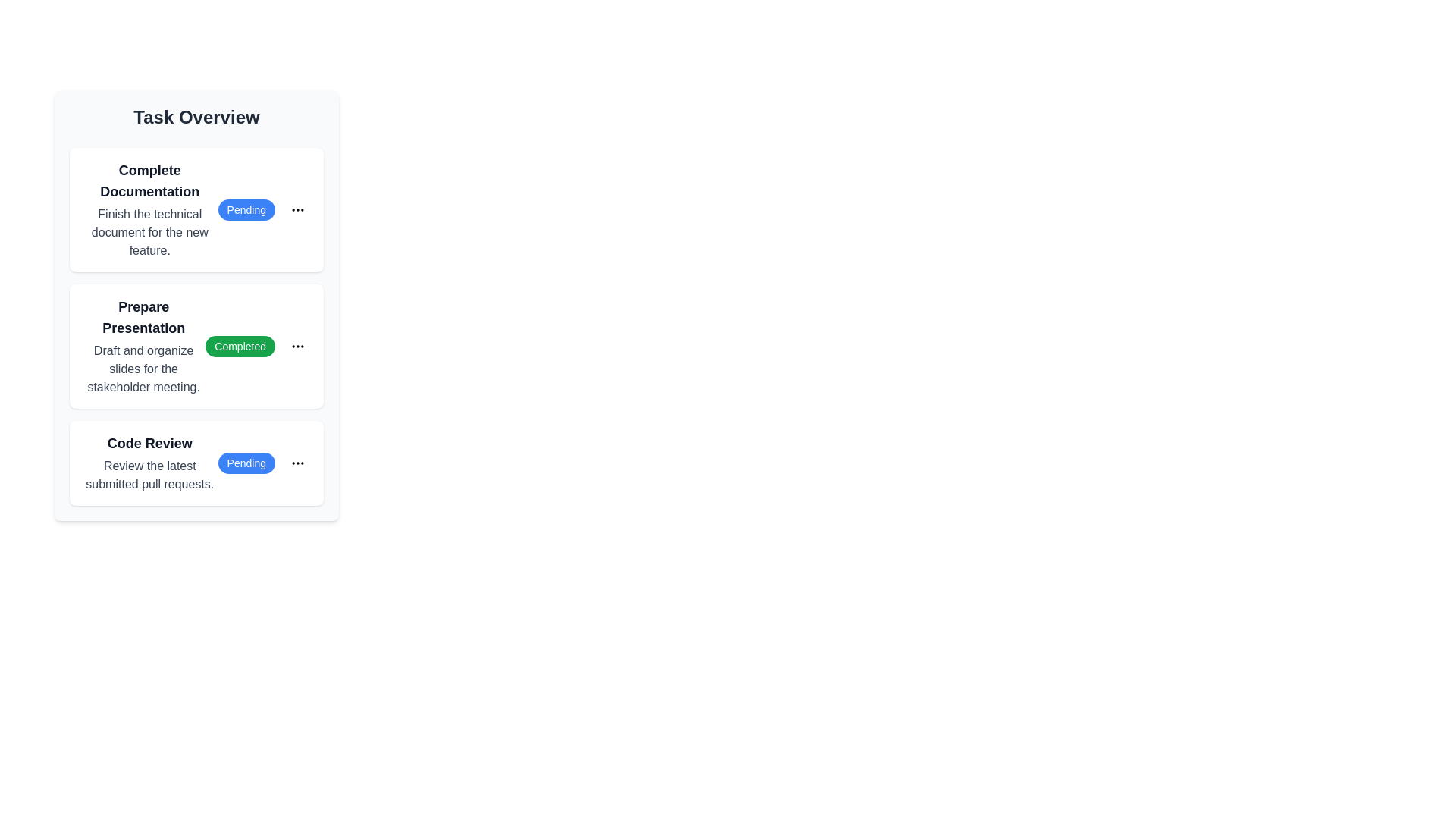 The height and width of the screenshot is (819, 1456). I want to click on the ellipsis button for the task titled Prepare Presentation, so click(298, 346).